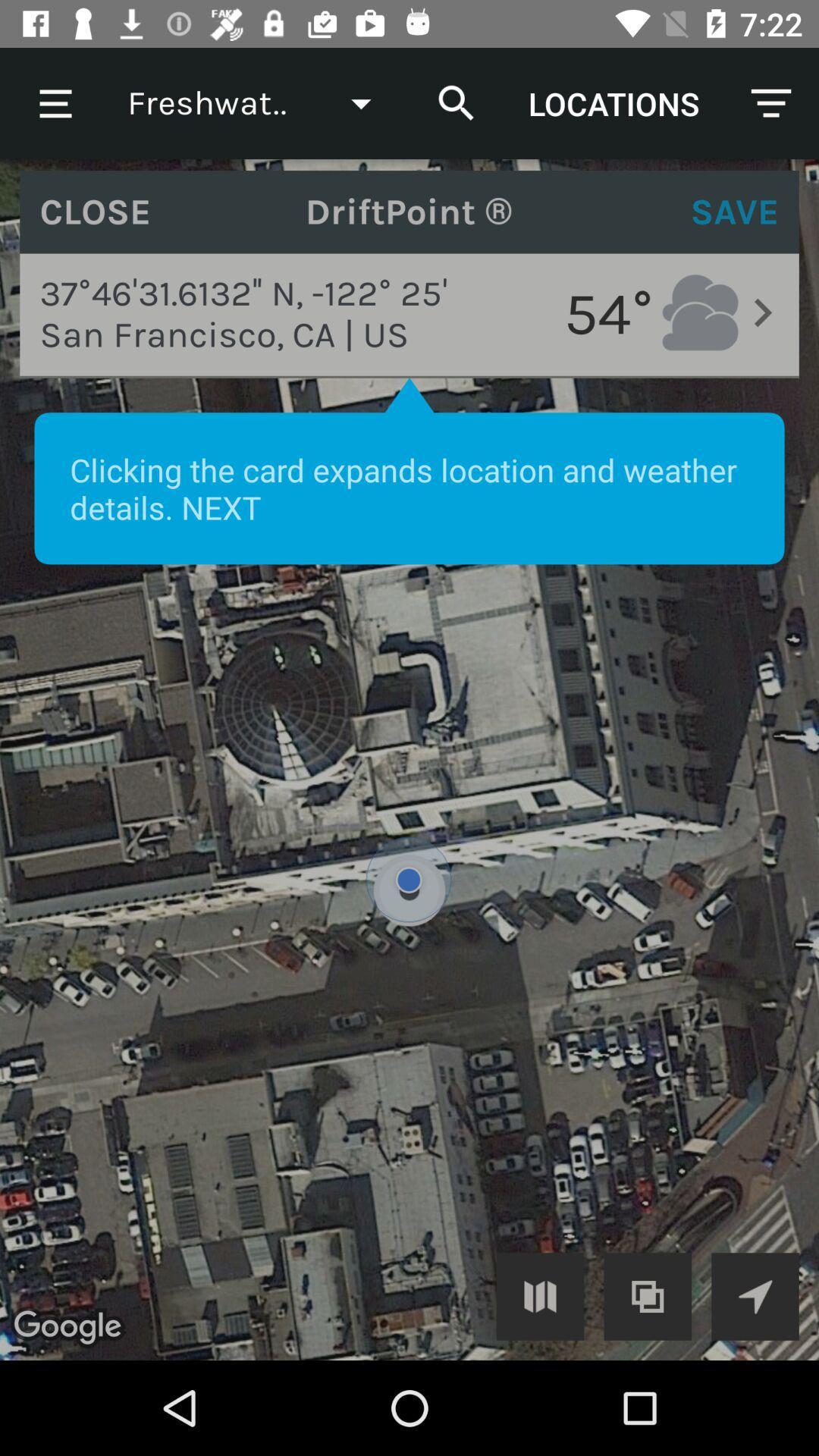 The width and height of the screenshot is (819, 1456). I want to click on arrow, so click(755, 1295).